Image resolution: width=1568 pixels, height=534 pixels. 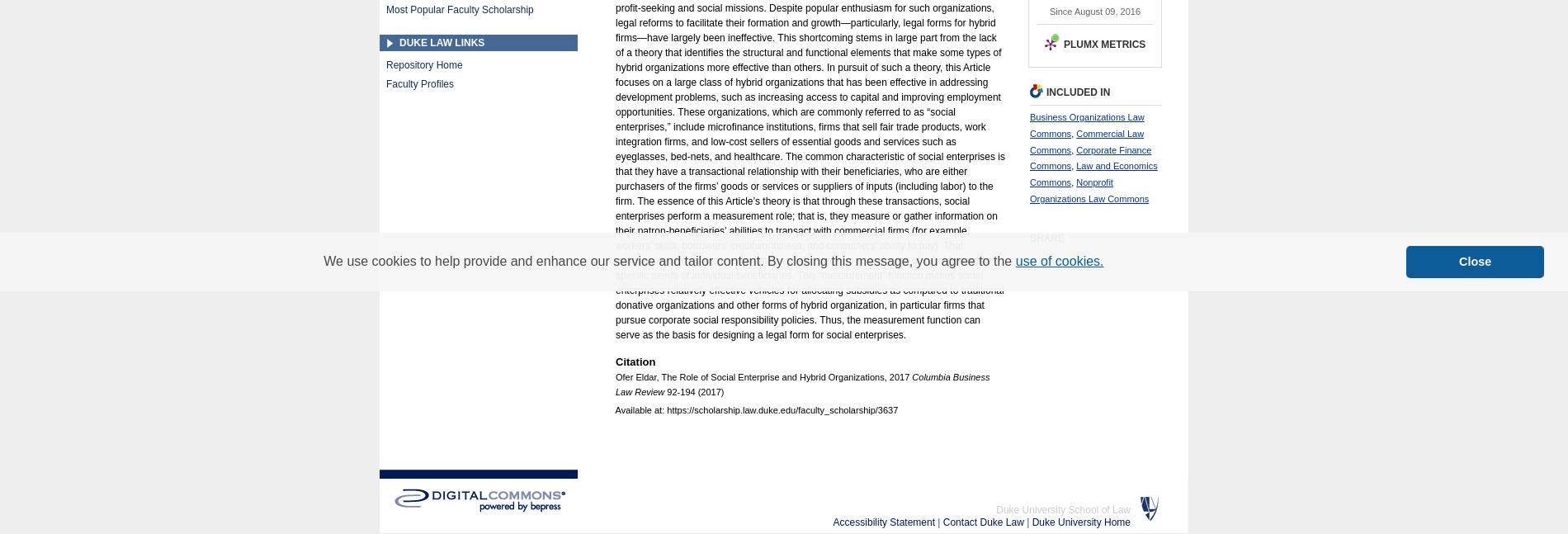 I want to click on 'Accessibility Statement', so click(x=833, y=522).